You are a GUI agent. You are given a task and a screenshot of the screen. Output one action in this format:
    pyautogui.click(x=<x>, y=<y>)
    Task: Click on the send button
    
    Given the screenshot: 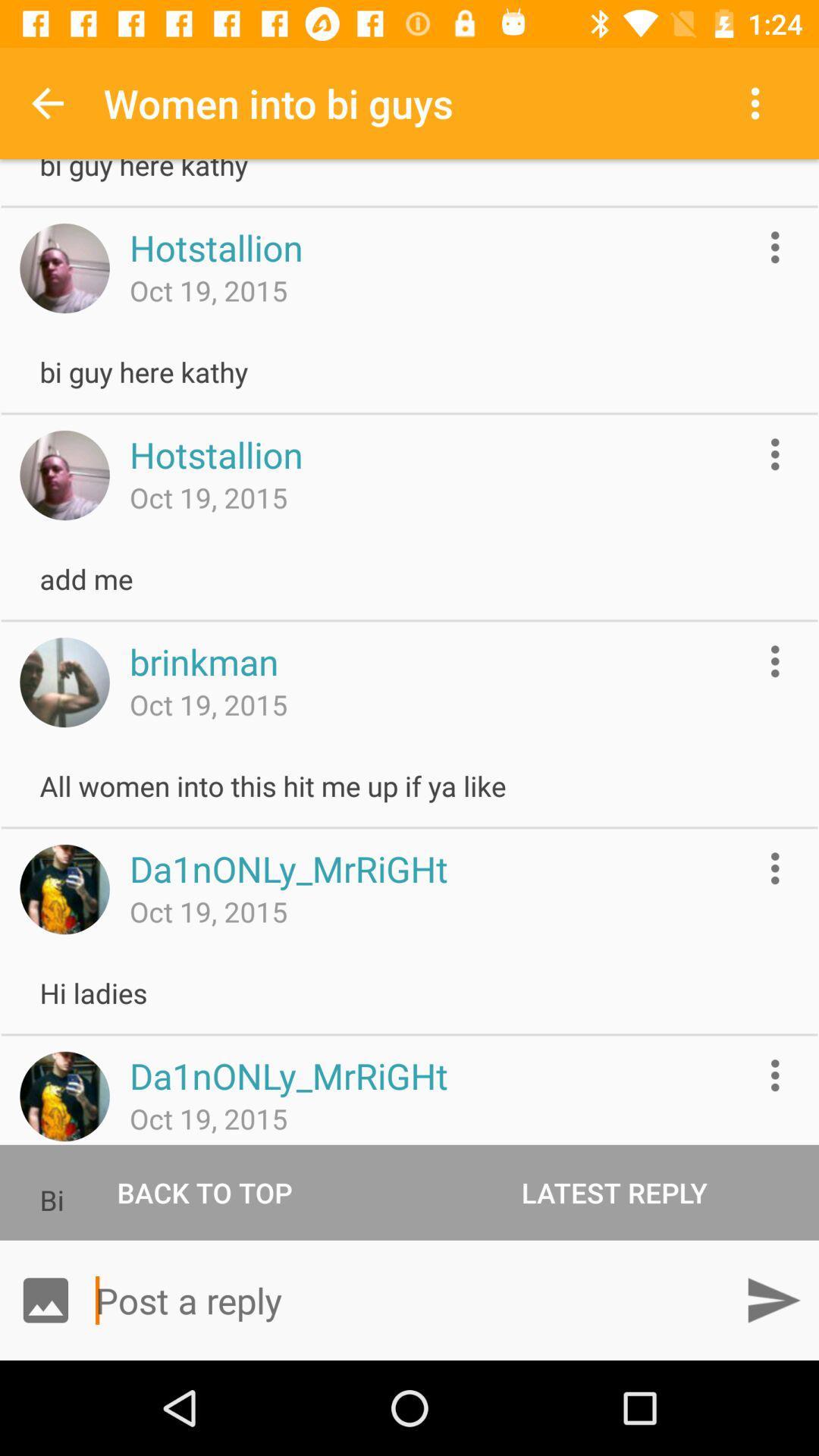 What is the action you would take?
    pyautogui.click(x=773, y=1299)
    